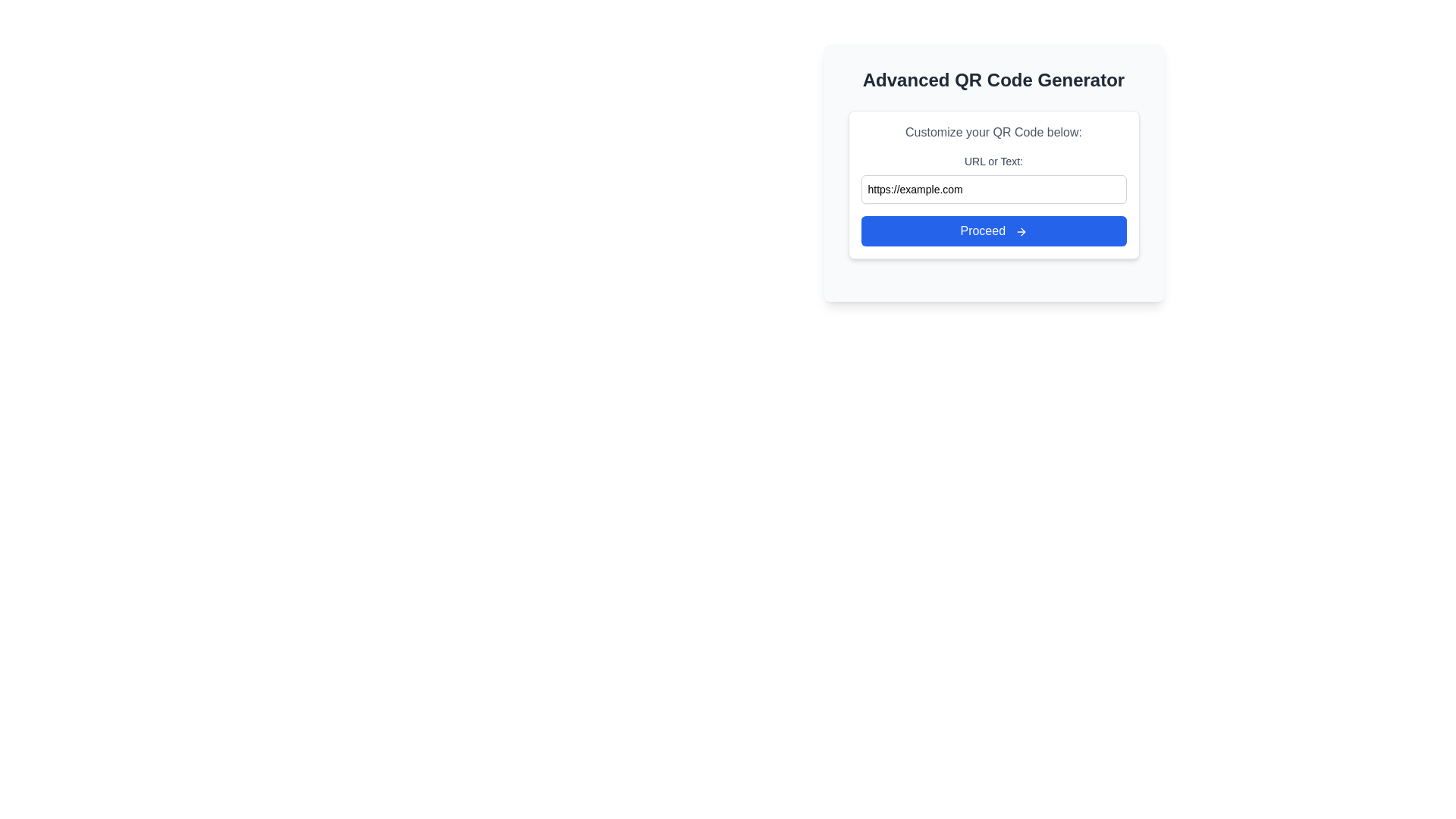 The height and width of the screenshot is (819, 1456). I want to click on the right-facing arrow icon located within the blue 'Proceed' button at the center of the card interface, so click(1021, 231).